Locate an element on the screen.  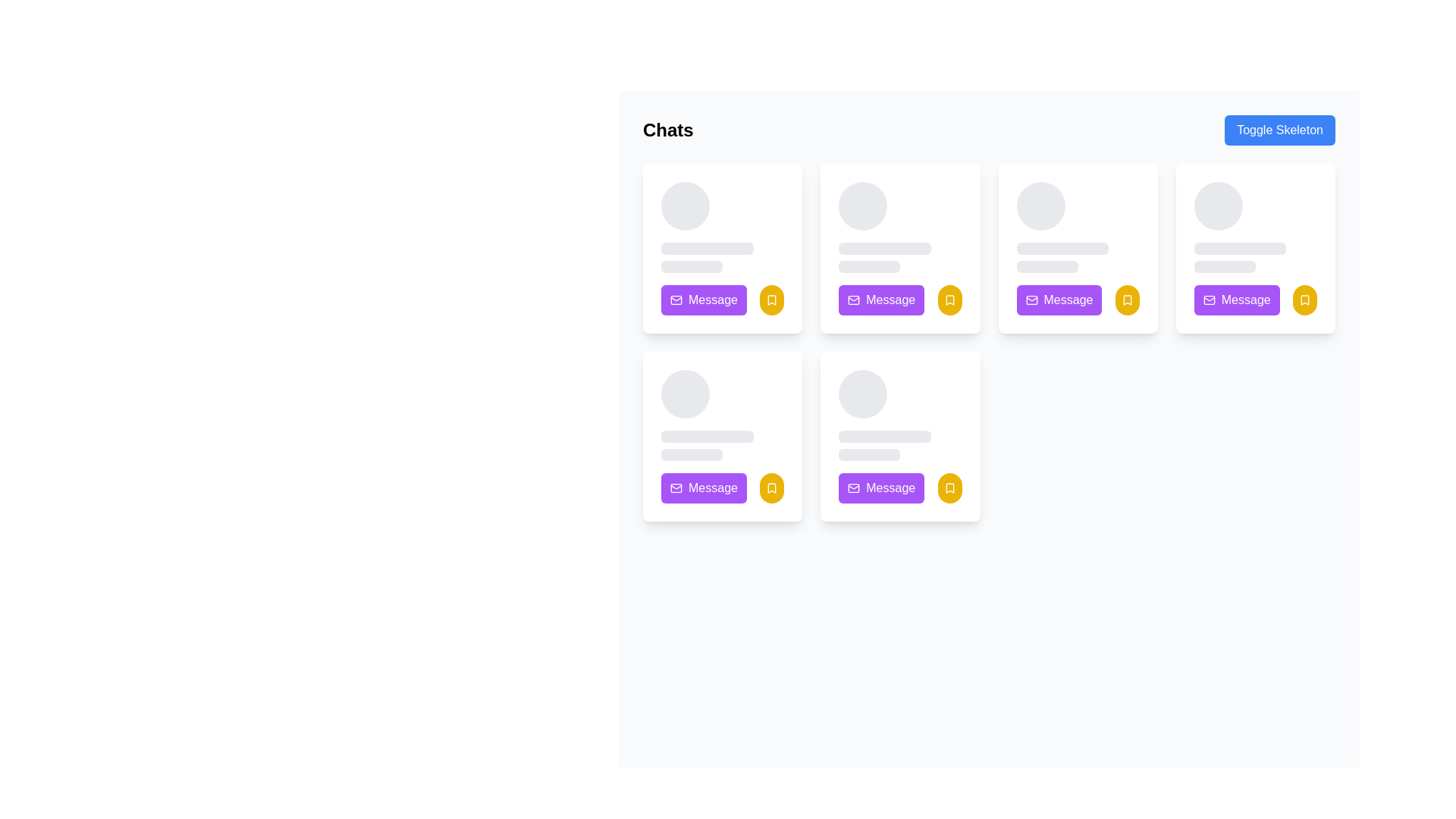
the purple button with rounded corners and white text that reads 'Message', located in the bottom-right section of a card layout, to observe hover effects is located at coordinates (1237, 300).